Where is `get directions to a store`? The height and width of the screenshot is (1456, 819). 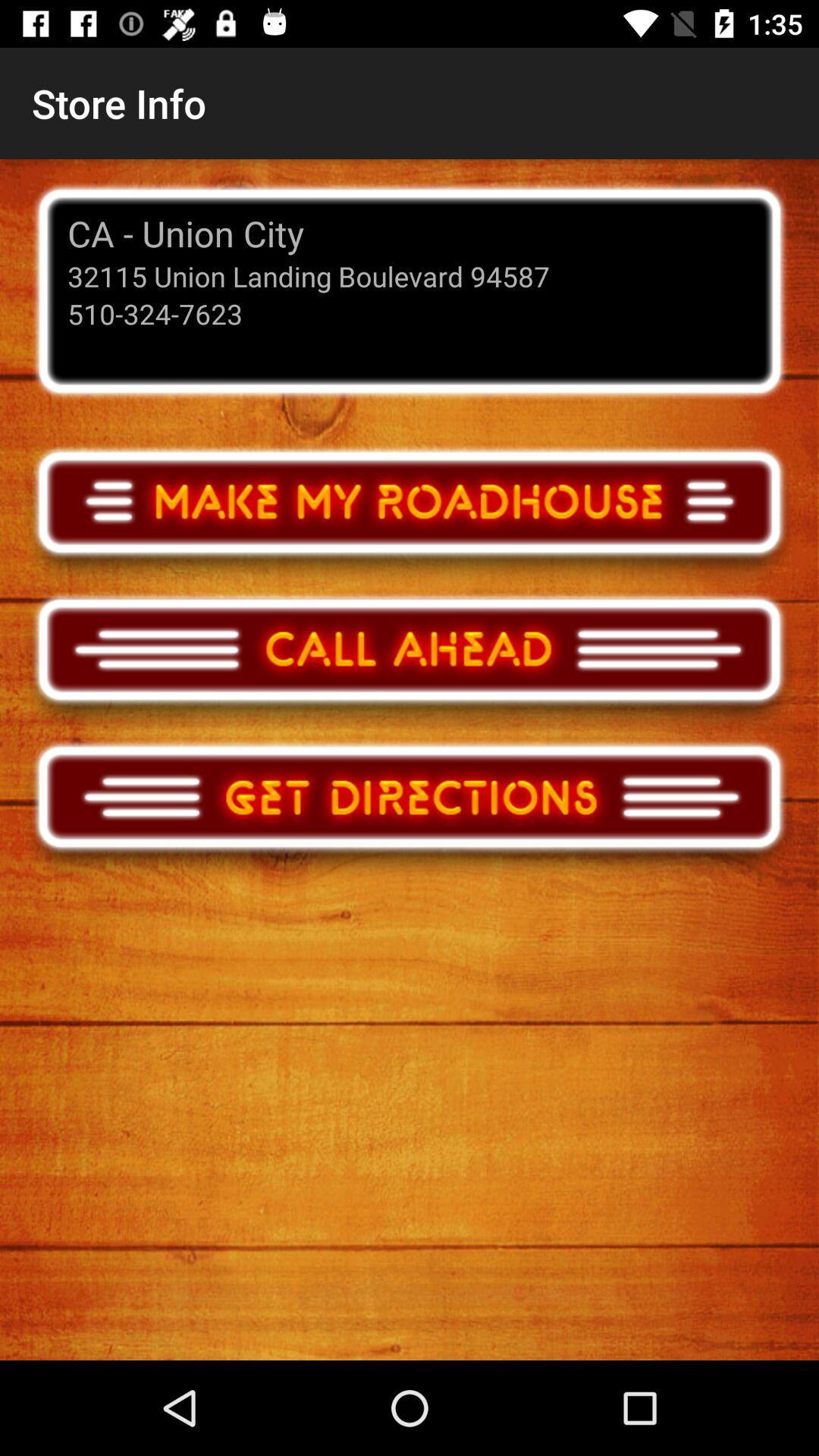 get directions to a store is located at coordinates (409, 810).